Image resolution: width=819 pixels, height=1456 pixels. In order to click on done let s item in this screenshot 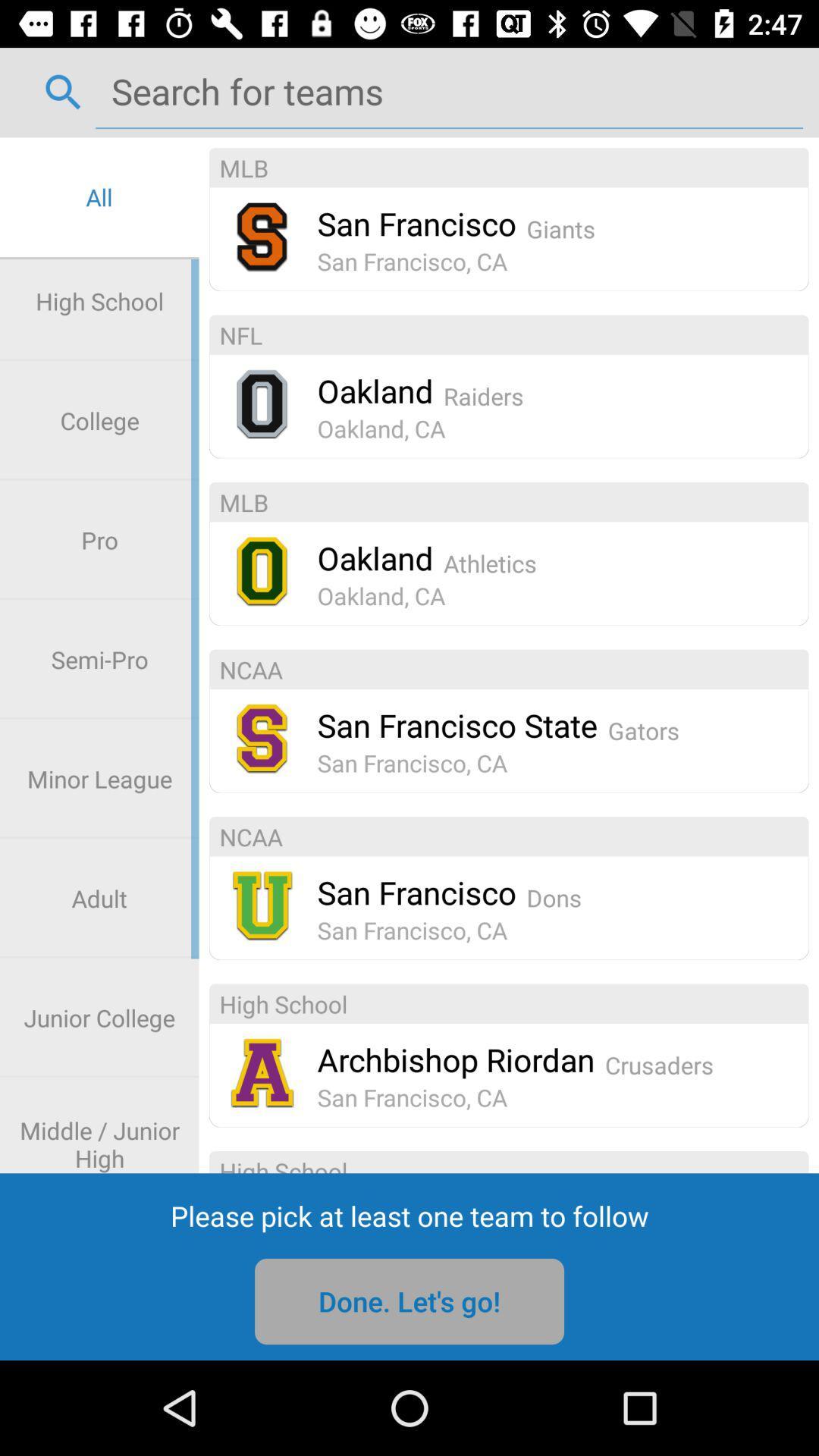, I will do `click(409, 1301)`.